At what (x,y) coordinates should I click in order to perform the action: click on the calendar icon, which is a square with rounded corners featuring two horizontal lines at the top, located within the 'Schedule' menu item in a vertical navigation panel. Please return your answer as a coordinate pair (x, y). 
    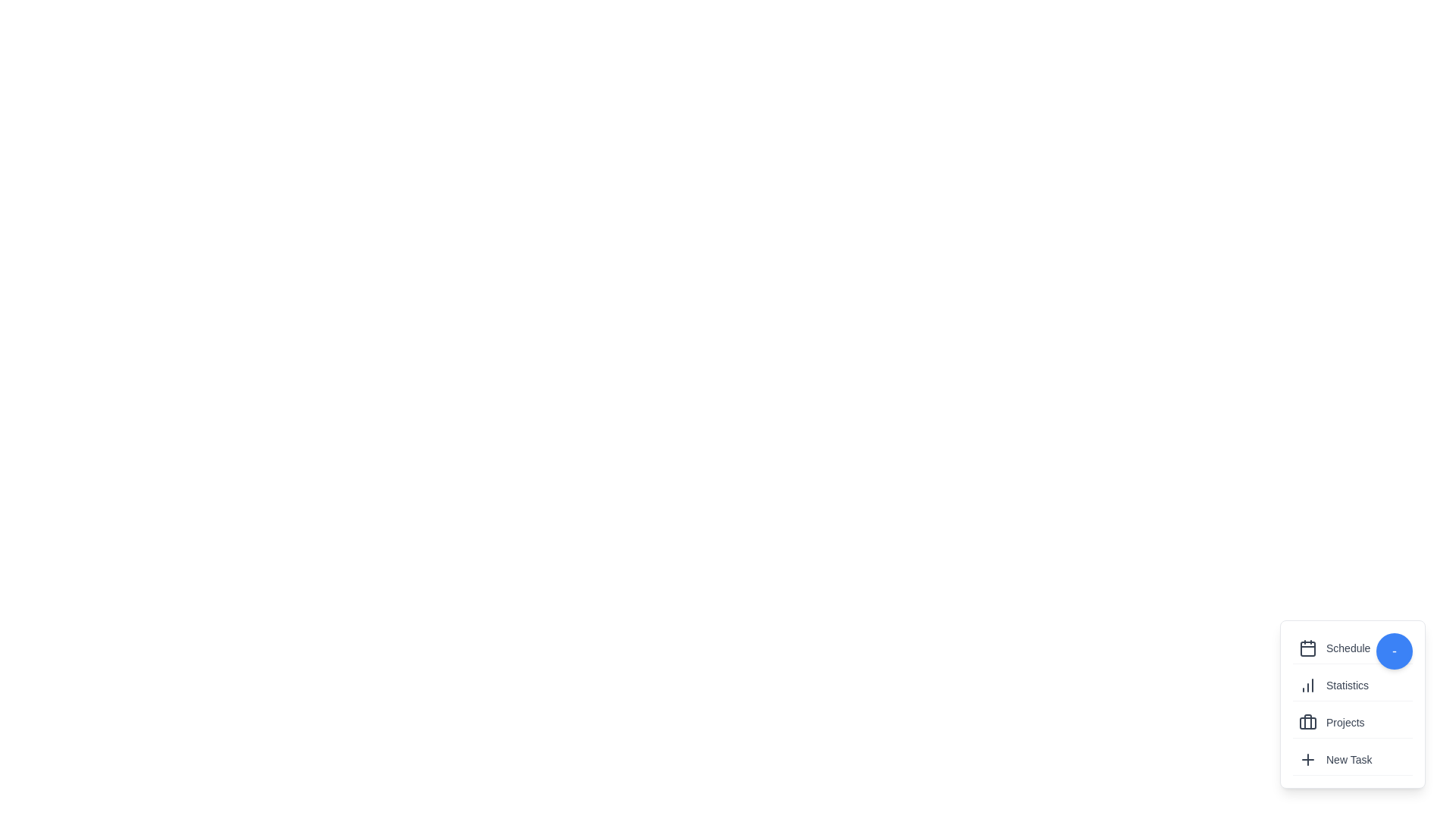
    Looking at the image, I should click on (1307, 648).